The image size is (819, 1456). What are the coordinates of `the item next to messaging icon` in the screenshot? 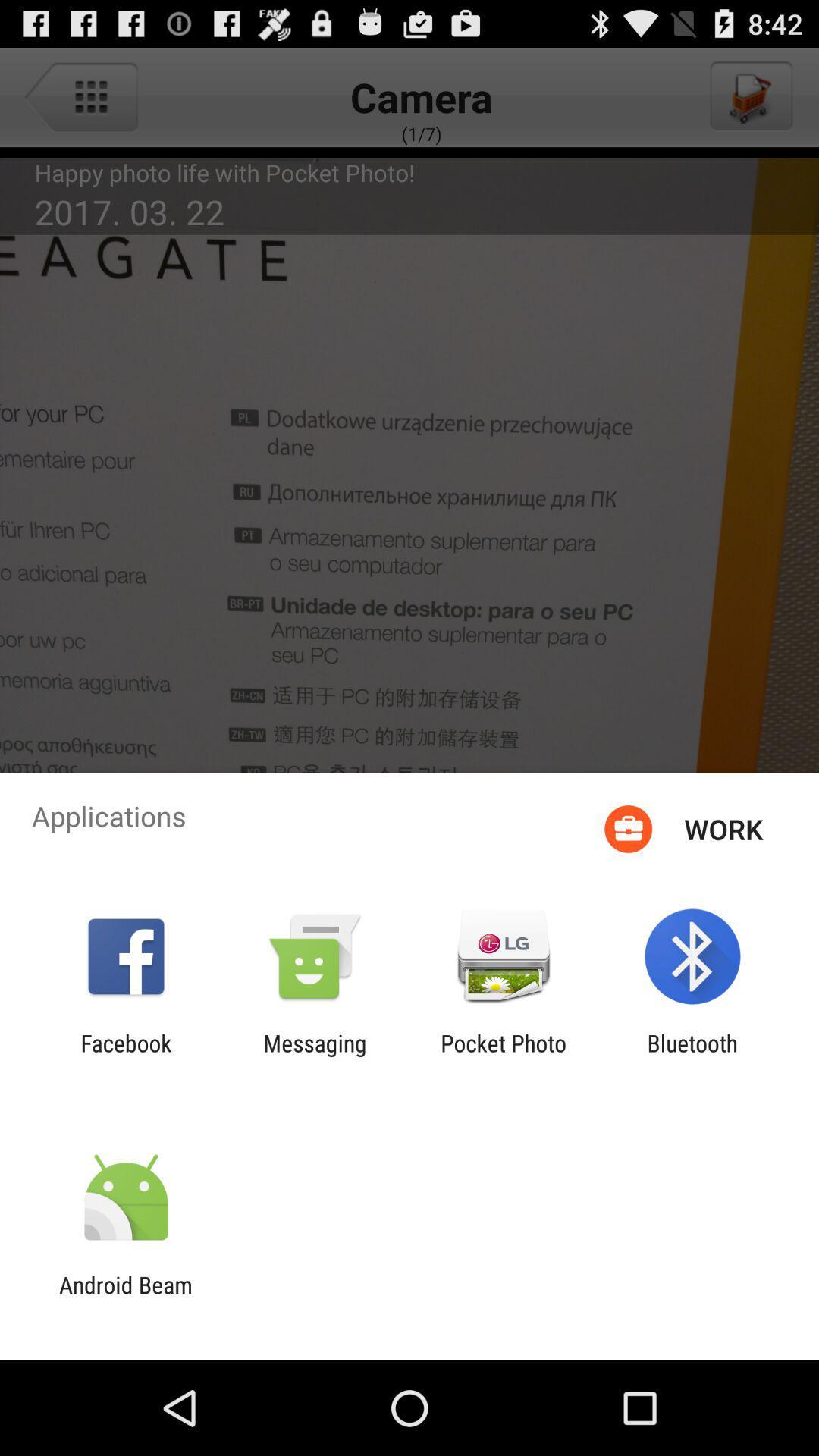 It's located at (125, 1056).